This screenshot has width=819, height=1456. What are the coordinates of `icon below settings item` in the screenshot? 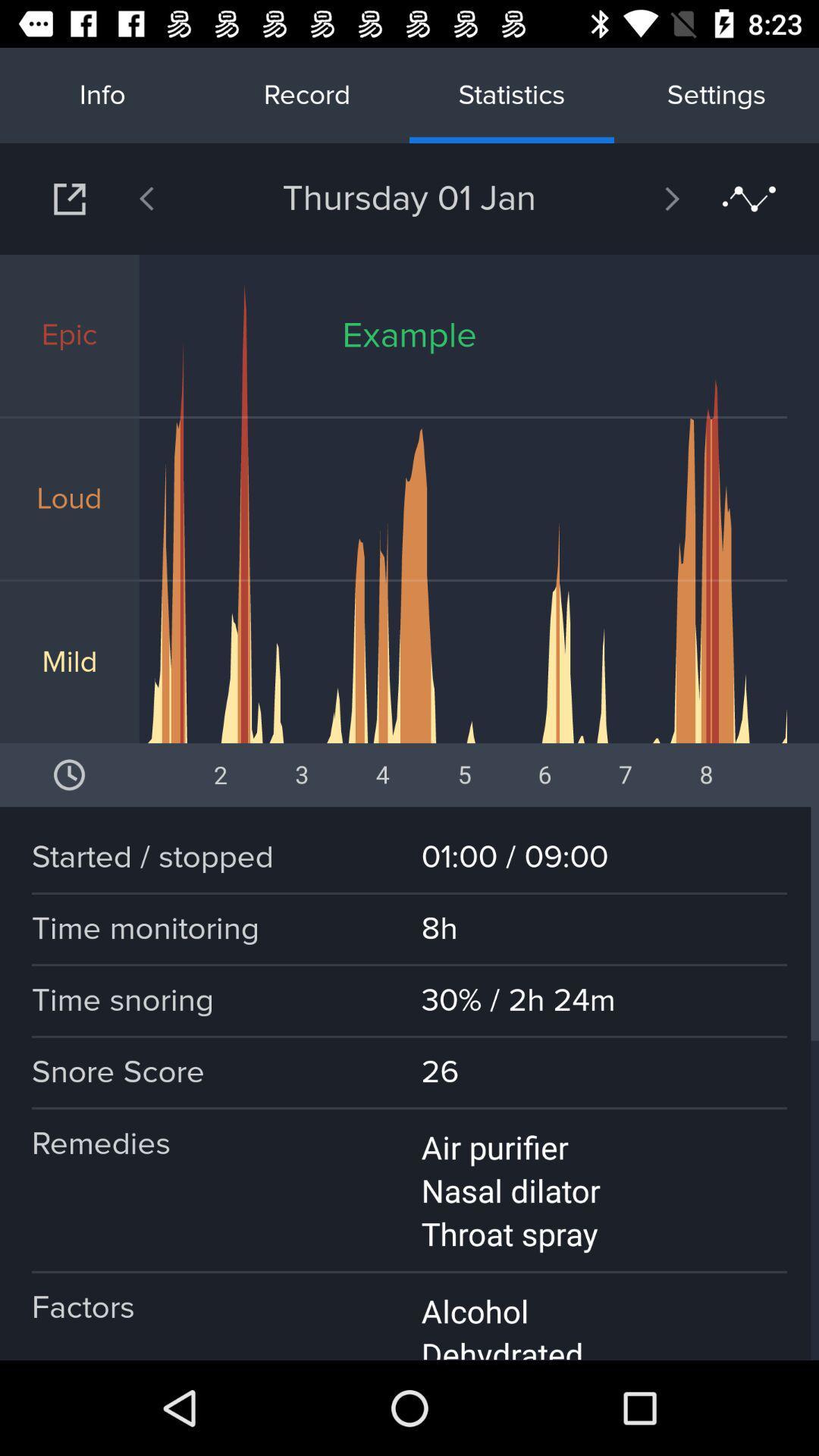 It's located at (748, 198).